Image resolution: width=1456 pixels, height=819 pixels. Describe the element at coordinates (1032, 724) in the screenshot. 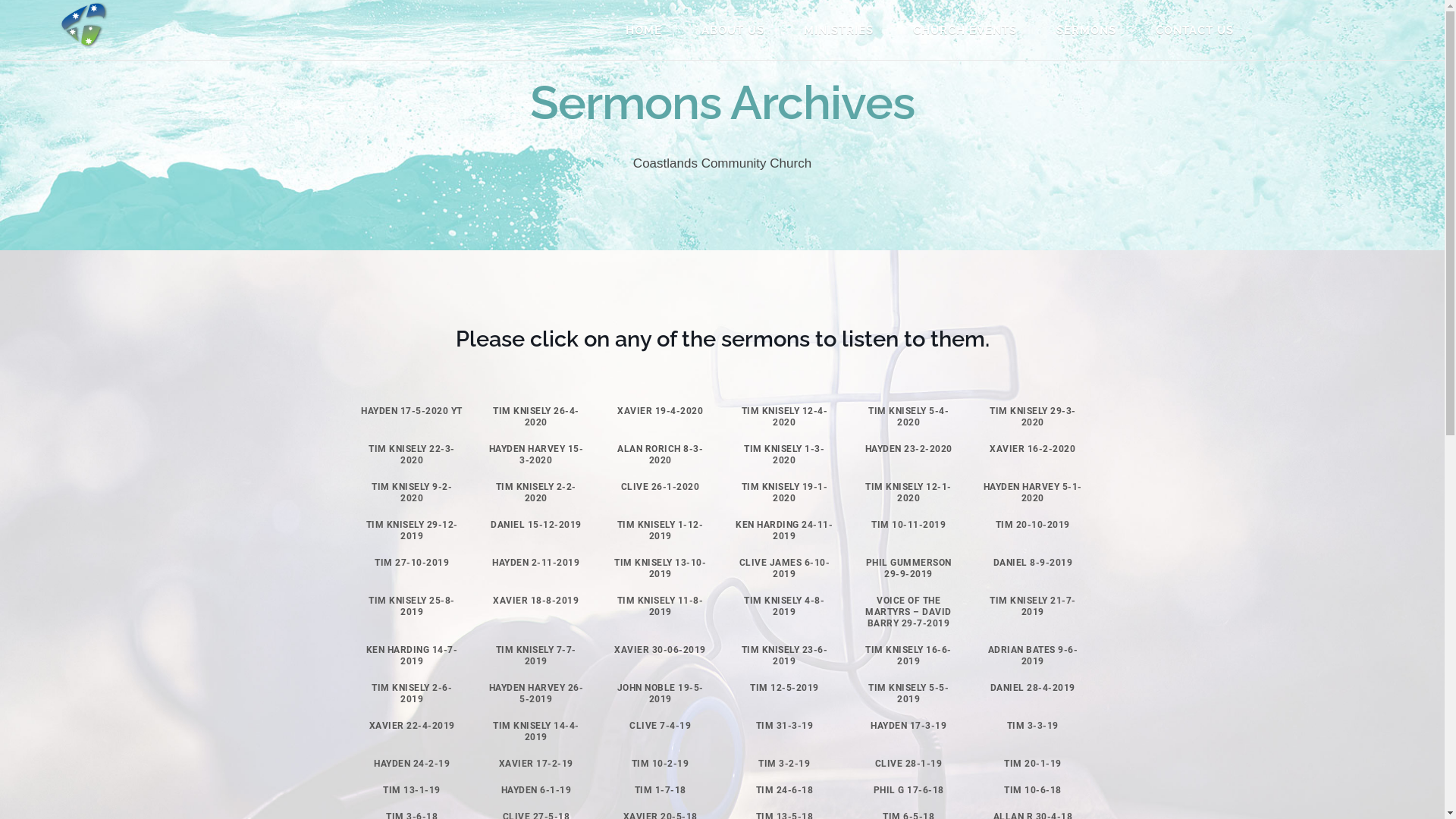

I see `'TIM 3-3-19'` at that location.